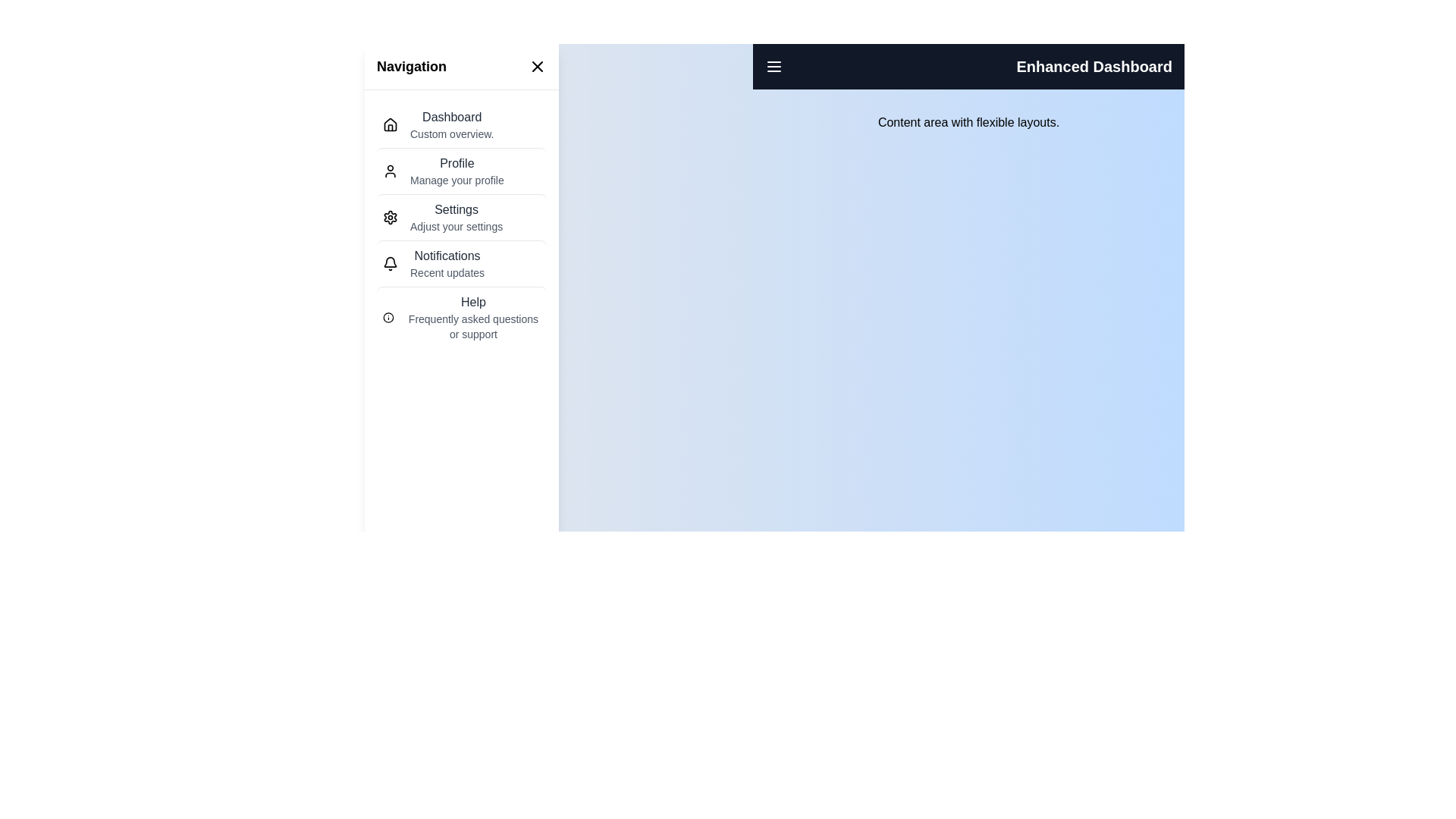  I want to click on the upper portion of the composite house icon representing the 'Dashboard' menu item, so click(390, 124).